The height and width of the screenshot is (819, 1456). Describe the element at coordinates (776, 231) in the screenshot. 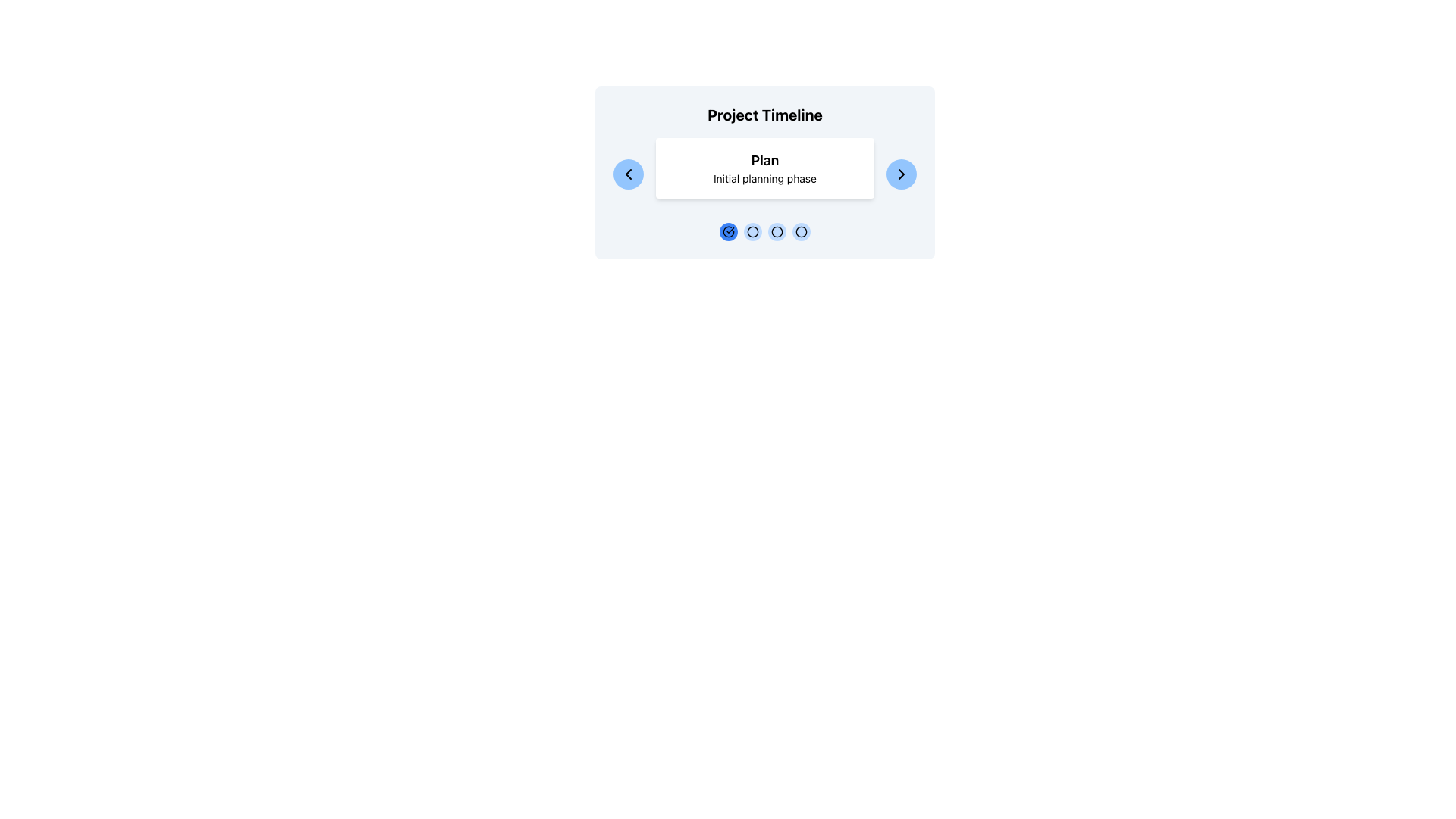

I see `the third circular icon from the left in the row of circular icons below the main content area` at that location.